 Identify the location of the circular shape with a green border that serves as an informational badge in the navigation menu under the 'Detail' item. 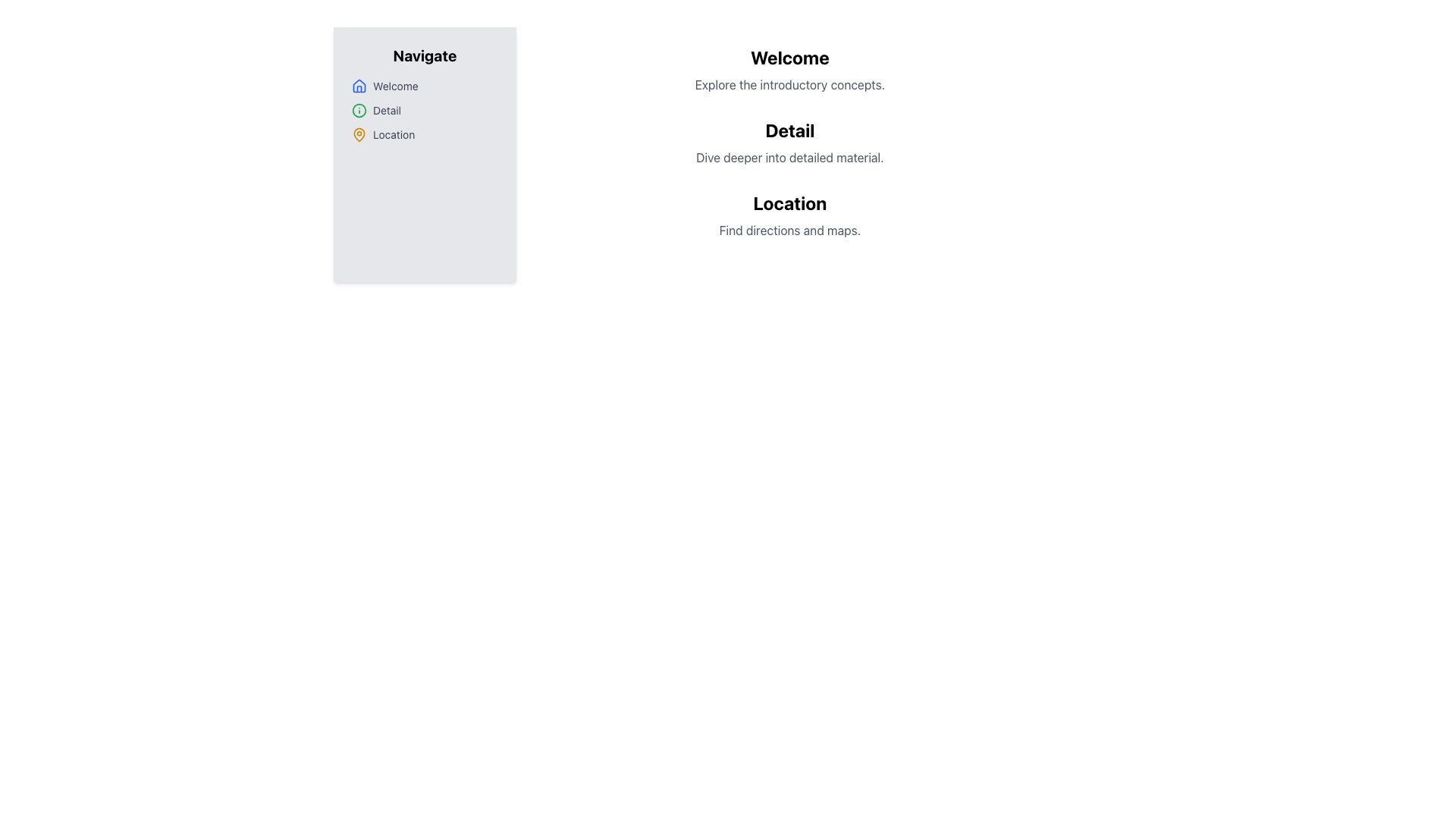
(359, 110).